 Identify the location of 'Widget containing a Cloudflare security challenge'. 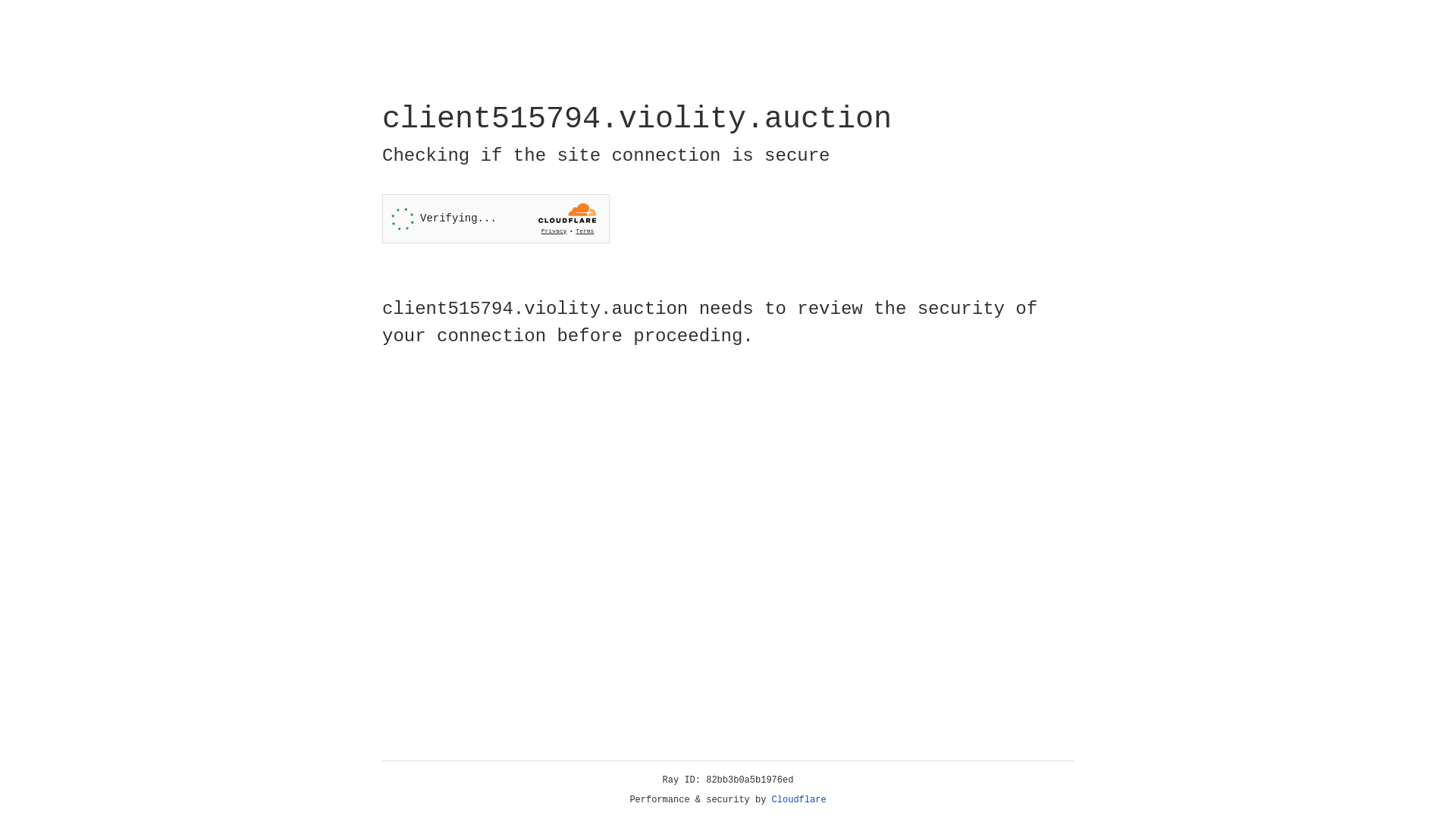
(495, 218).